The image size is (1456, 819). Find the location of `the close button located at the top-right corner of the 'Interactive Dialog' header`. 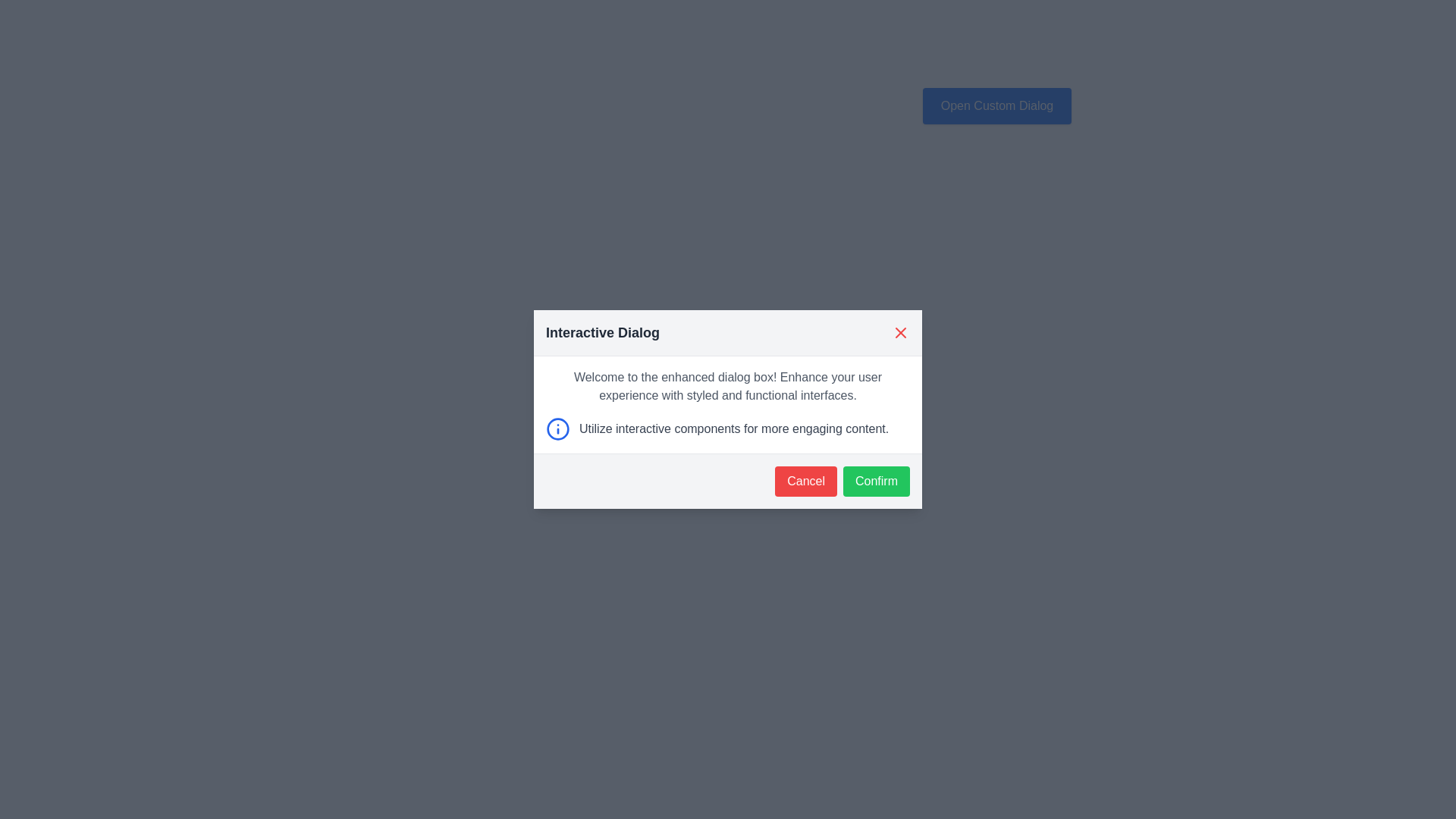

the close button located at the top-right corner of the 'Interactive Dialog' header is located at coordinates (901, 332).